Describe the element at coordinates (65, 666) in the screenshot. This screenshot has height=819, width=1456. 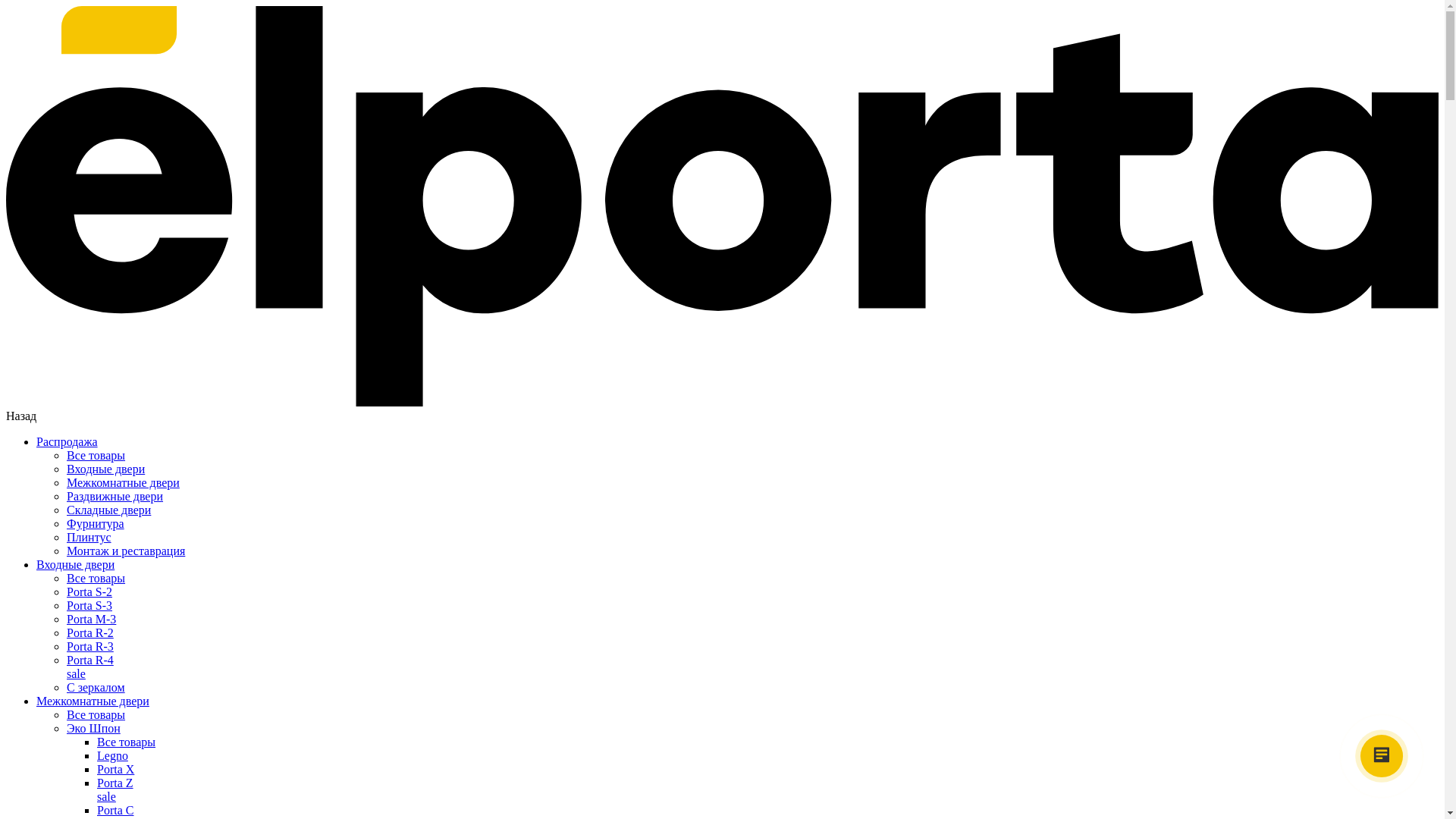
I see `'Porta R-4` at that location.